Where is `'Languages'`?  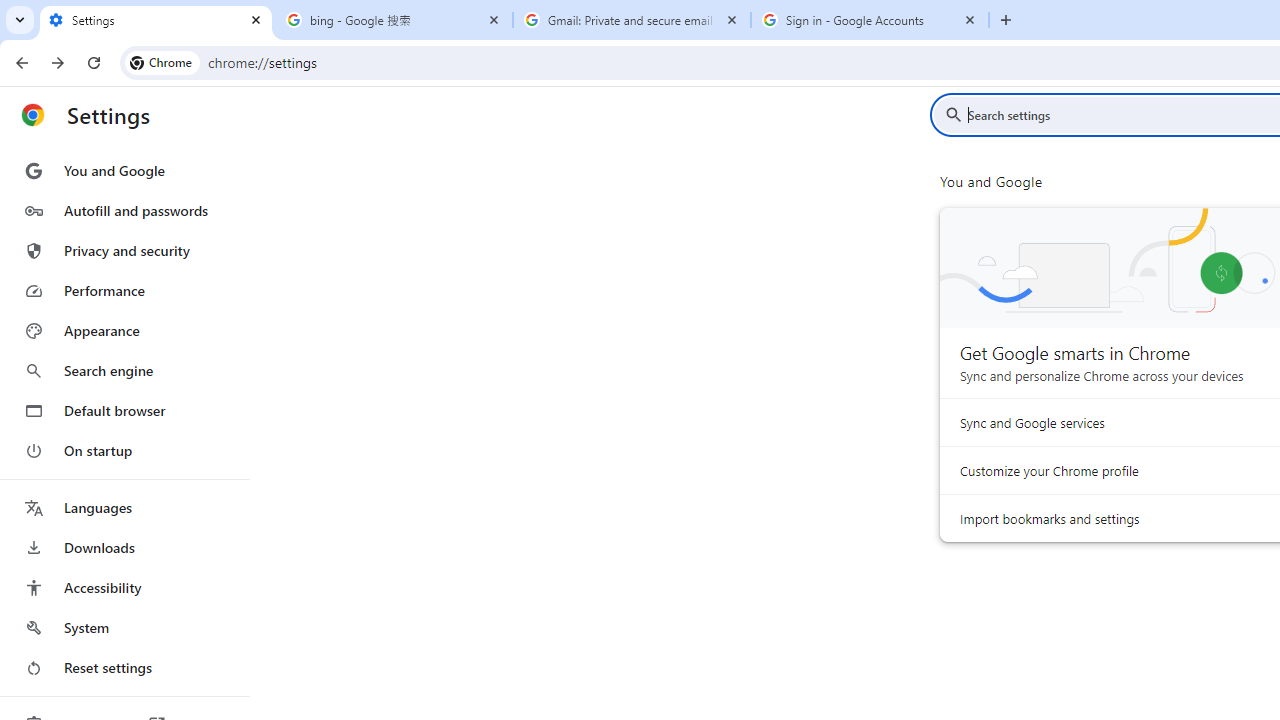
'Languages' is located at coordinates (123, 506).